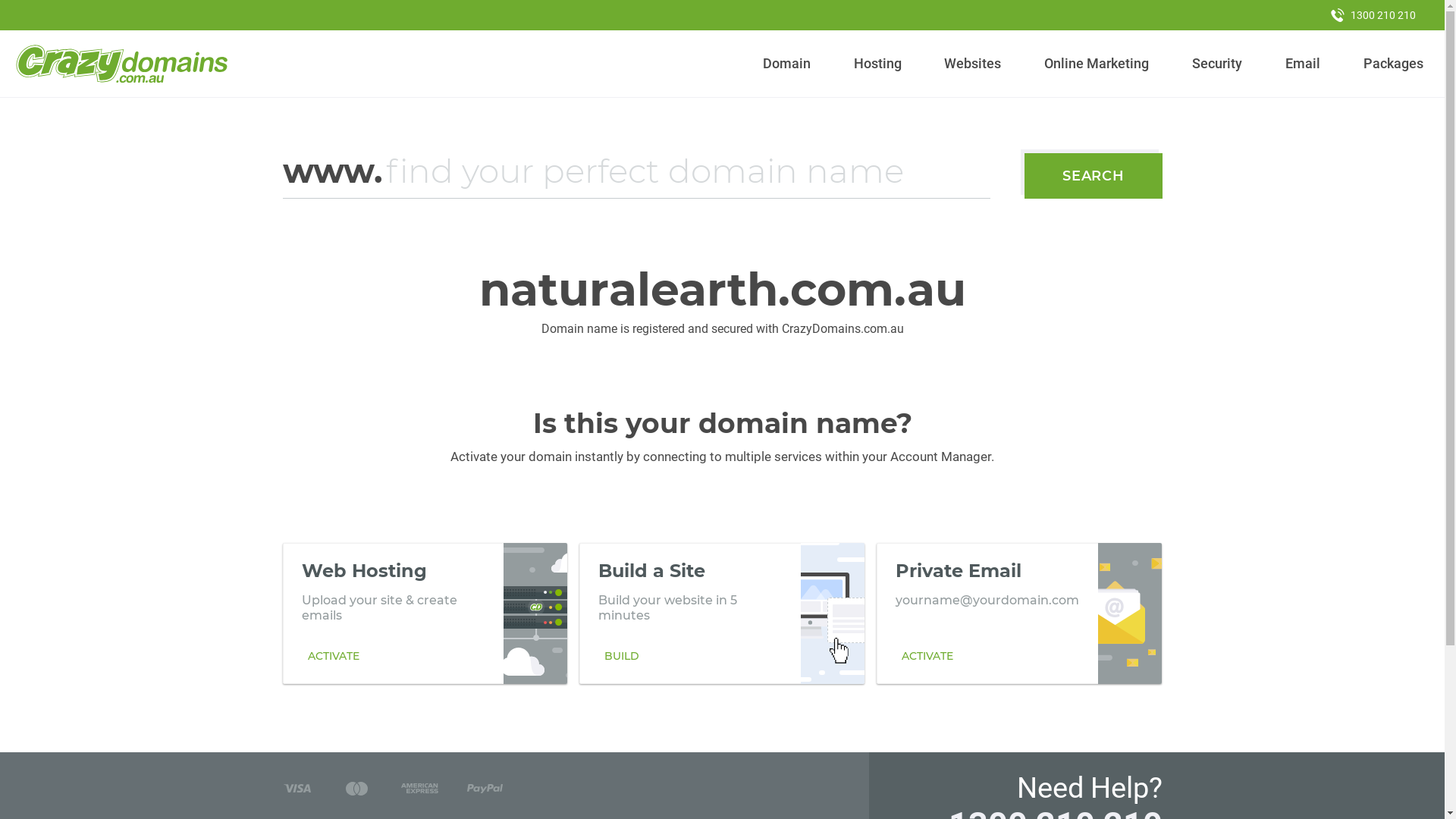  I want to click on 'Private Email, so click(1019, 613).